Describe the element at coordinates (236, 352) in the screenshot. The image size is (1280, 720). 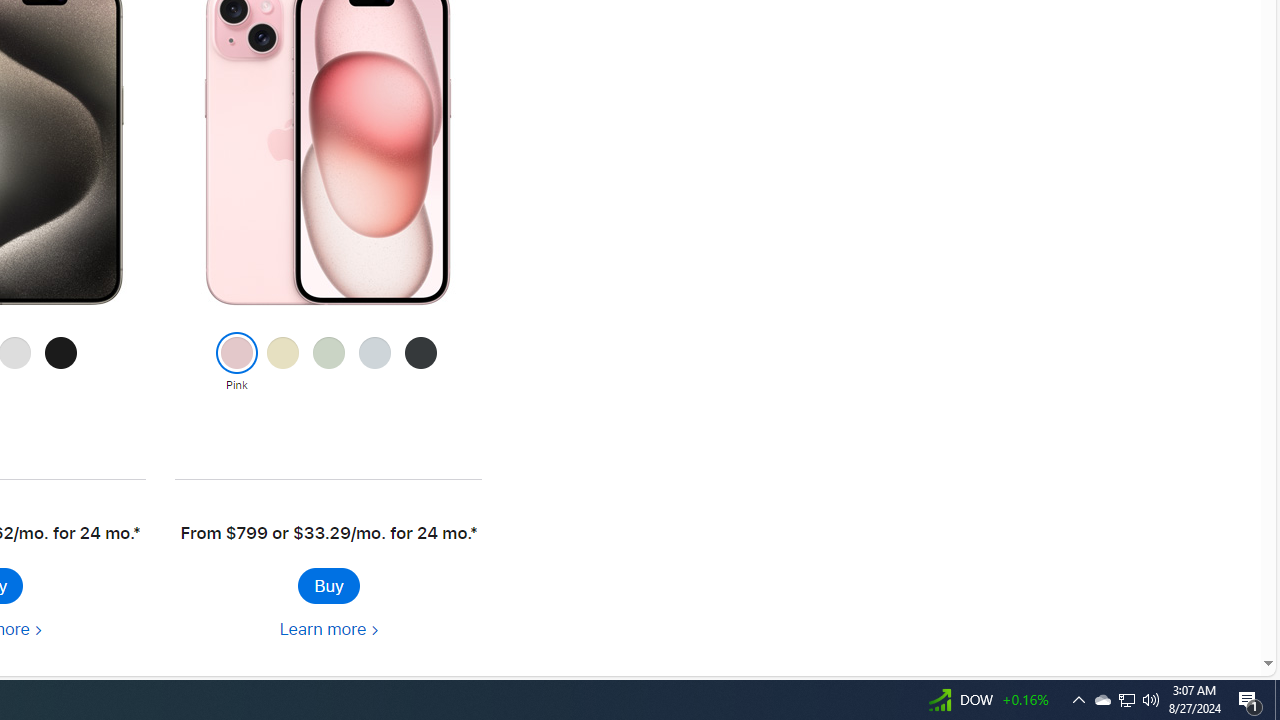
I see `'Class: colornav-link current'` at that location.